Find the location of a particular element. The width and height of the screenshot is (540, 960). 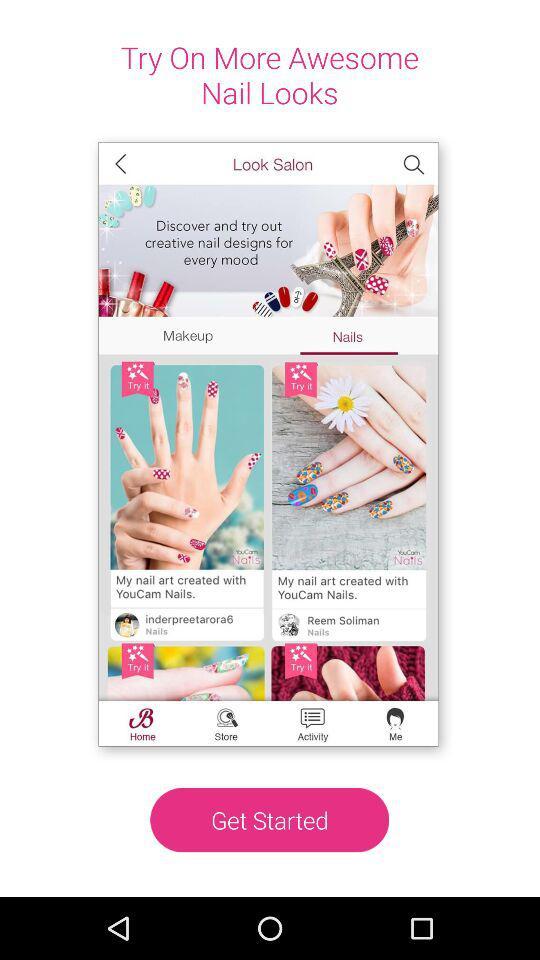

icon at the bottom is located at coordinates (269, 820).